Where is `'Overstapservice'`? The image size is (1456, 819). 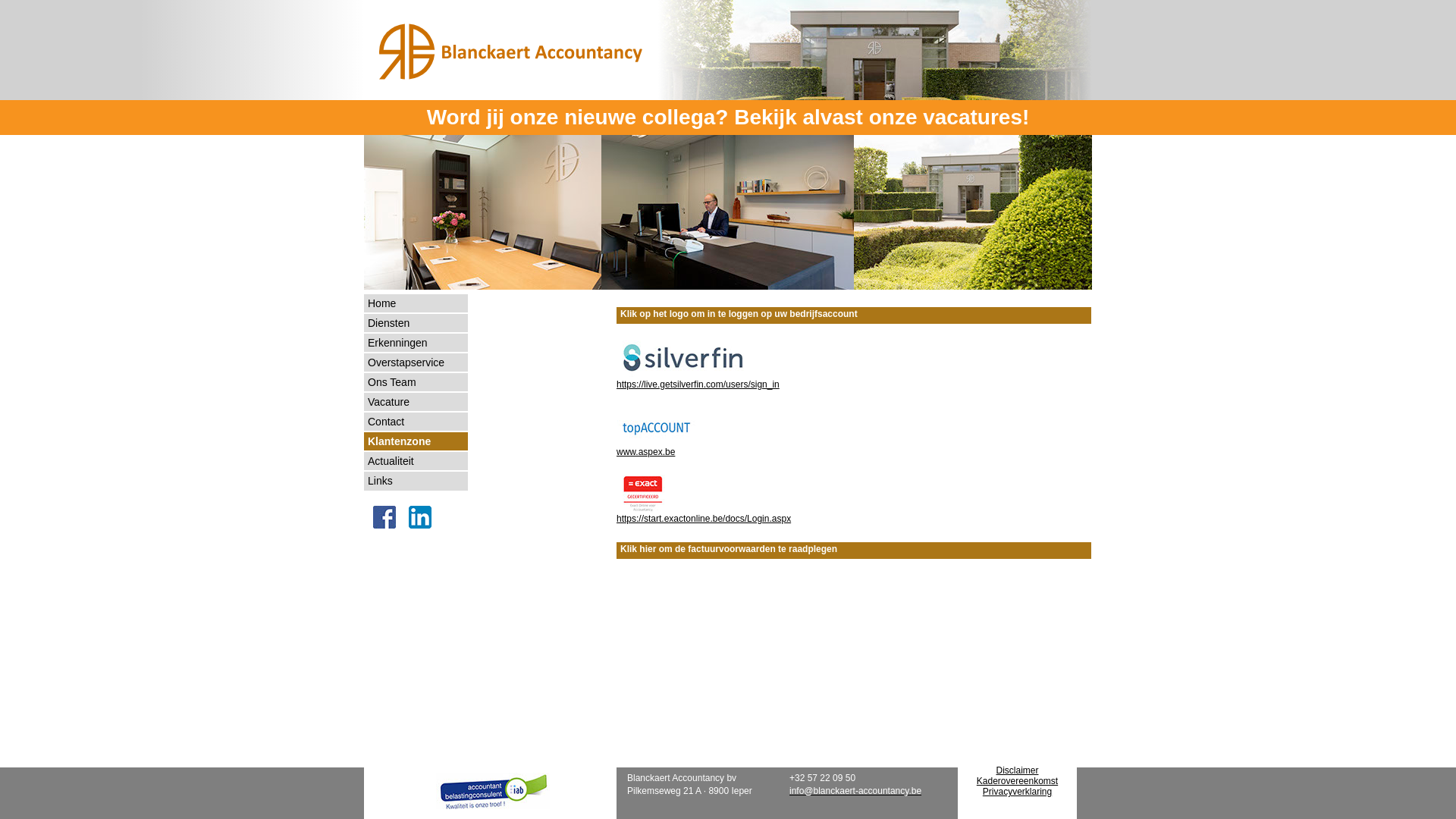 'Overstapservice' is located at coordinates (416, 362).